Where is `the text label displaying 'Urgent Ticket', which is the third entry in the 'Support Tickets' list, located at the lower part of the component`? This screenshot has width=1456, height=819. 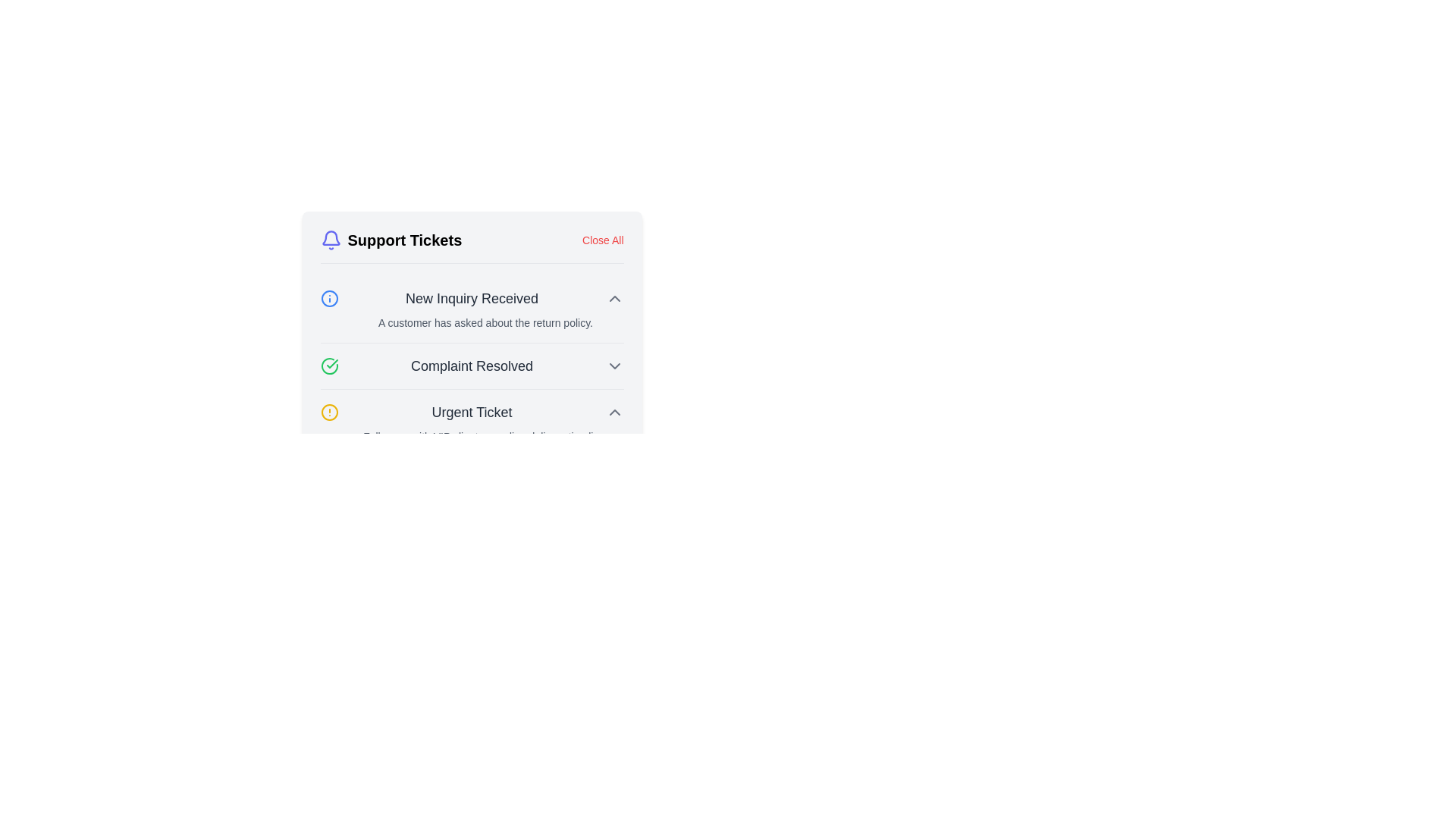 the text label displaying 'Urgent Ticket', which is the third entry in the 'Support Tickets' list, located at the lower part of the component is located at coordinates (471, 412).